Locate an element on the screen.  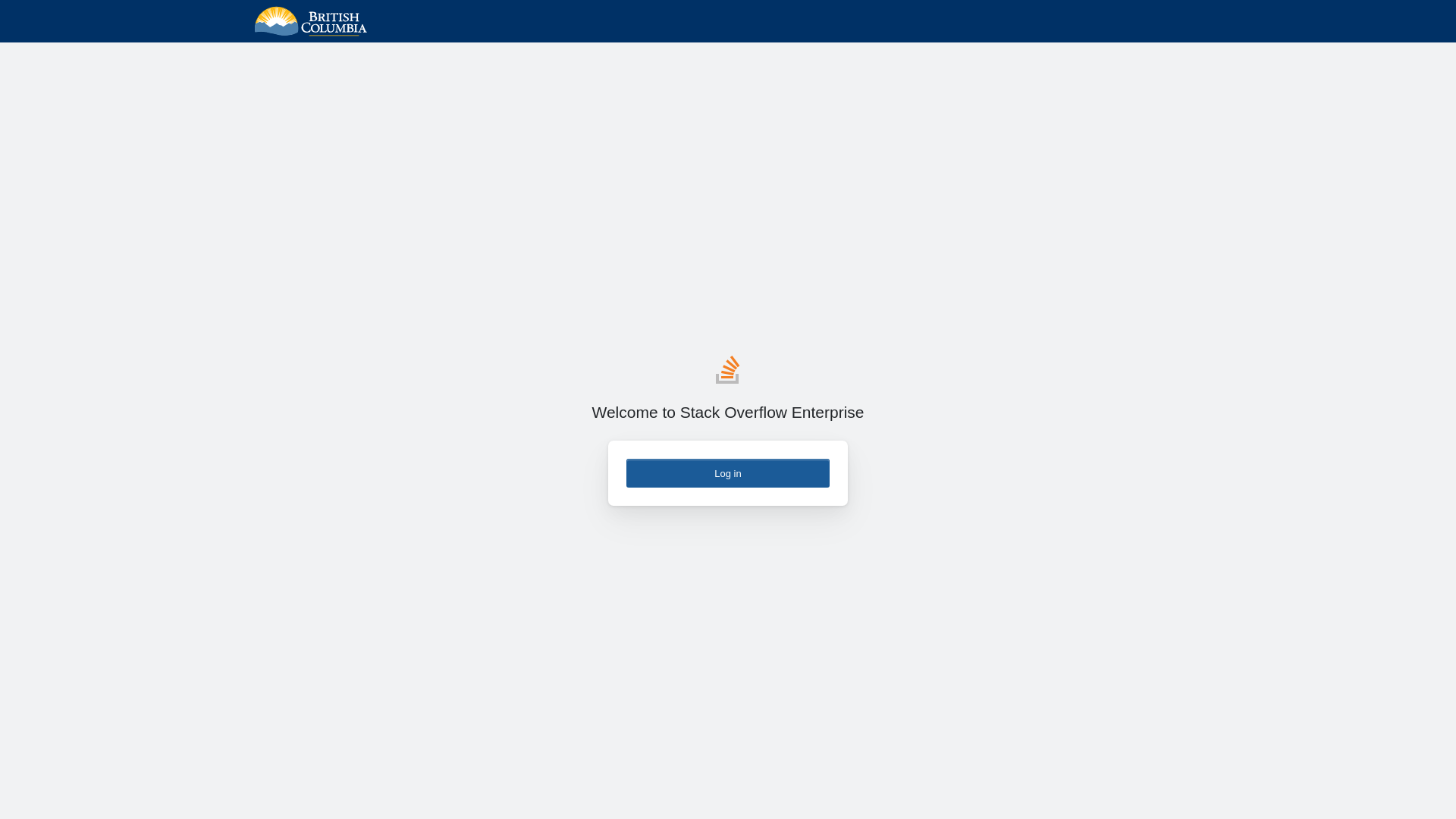
'Log in' is located at coordinates (626, 472).